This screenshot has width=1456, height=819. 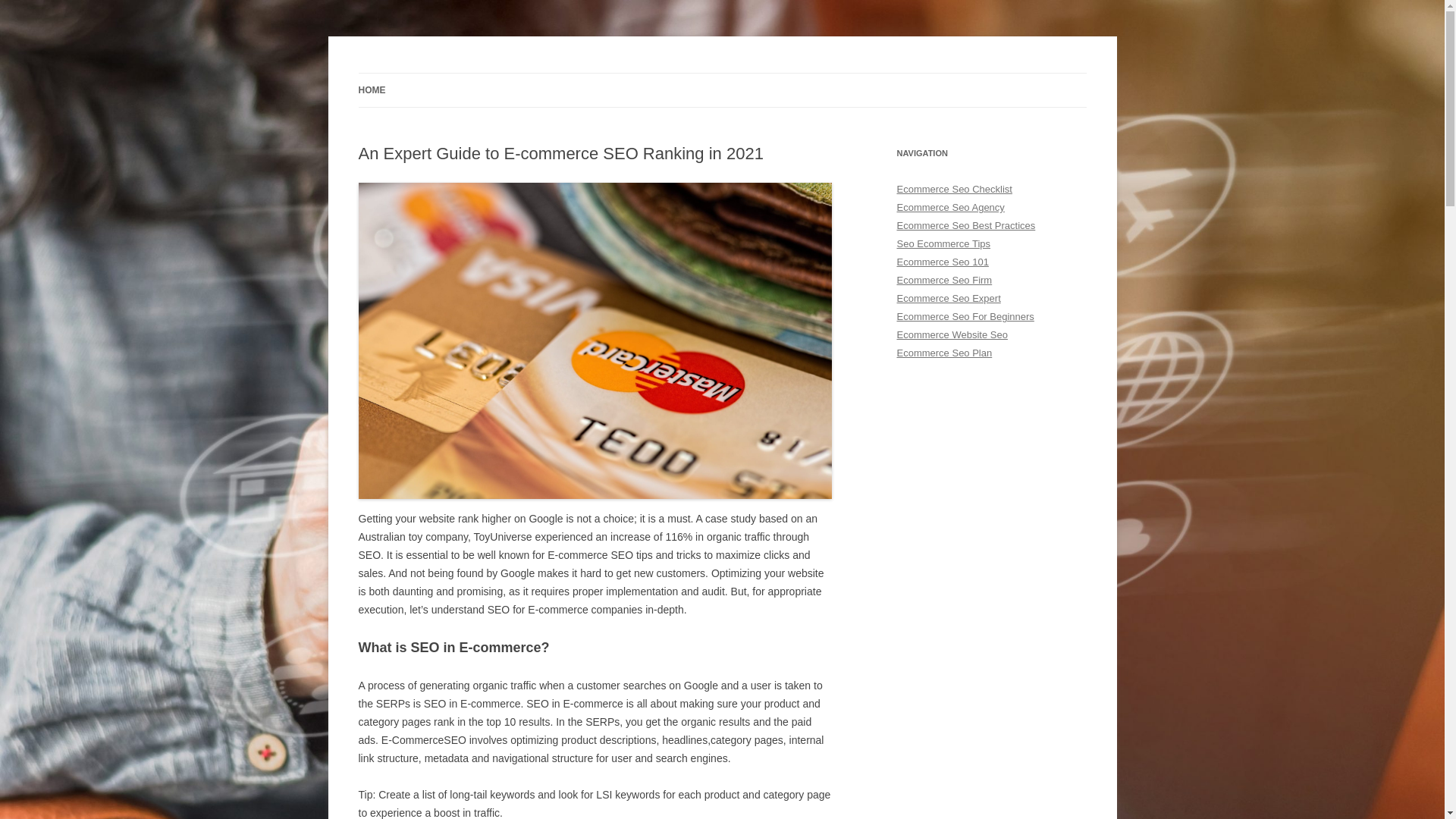 I want to click on 'Ecommerce Seo 101', so click(x=941, y=261).